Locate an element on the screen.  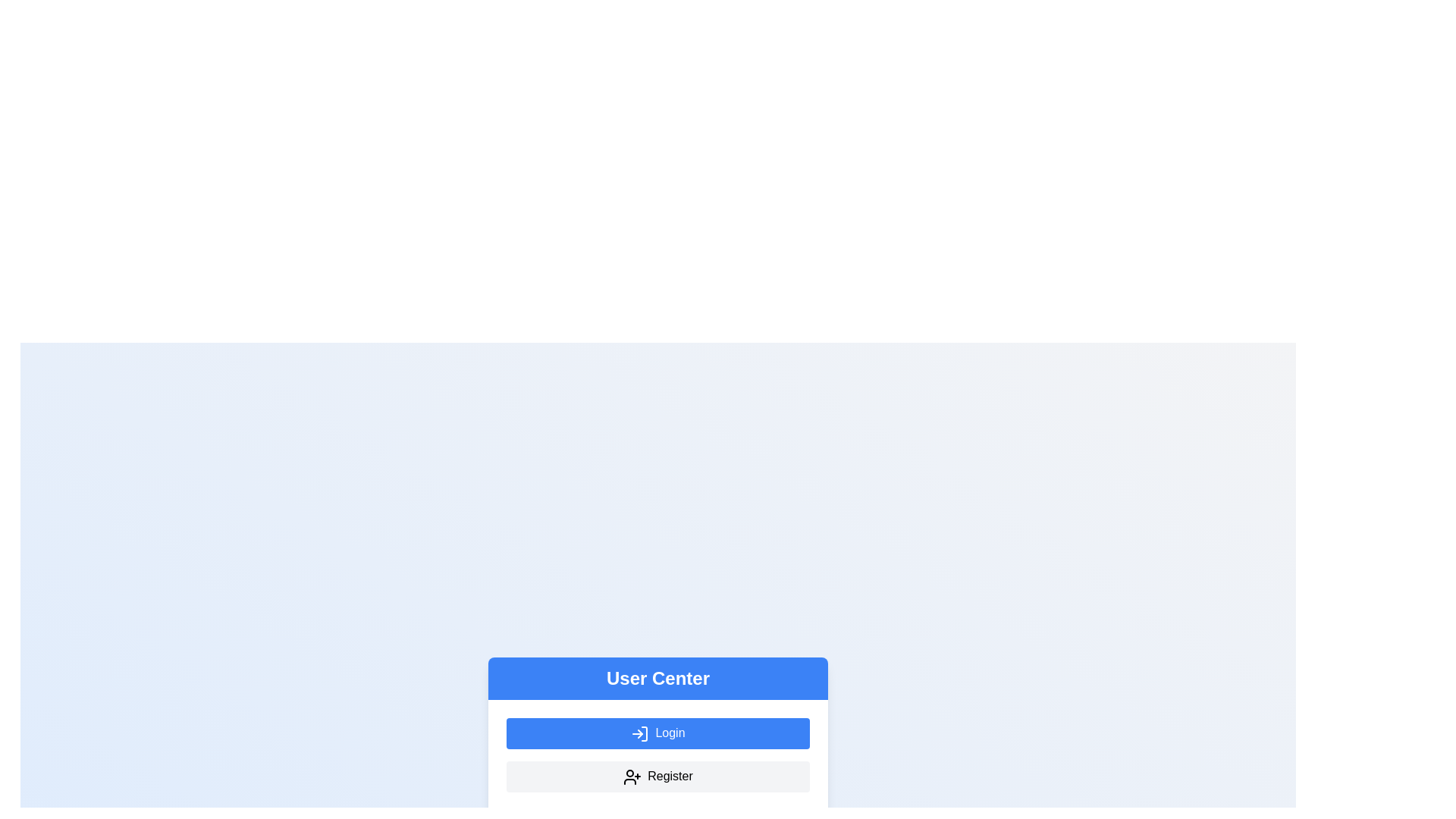
the text label that serves as a header or title for the section, located at the top center of a blue rectangular banner above the 'Login' and 'Register' buttons is located at coordinates (658, 677).